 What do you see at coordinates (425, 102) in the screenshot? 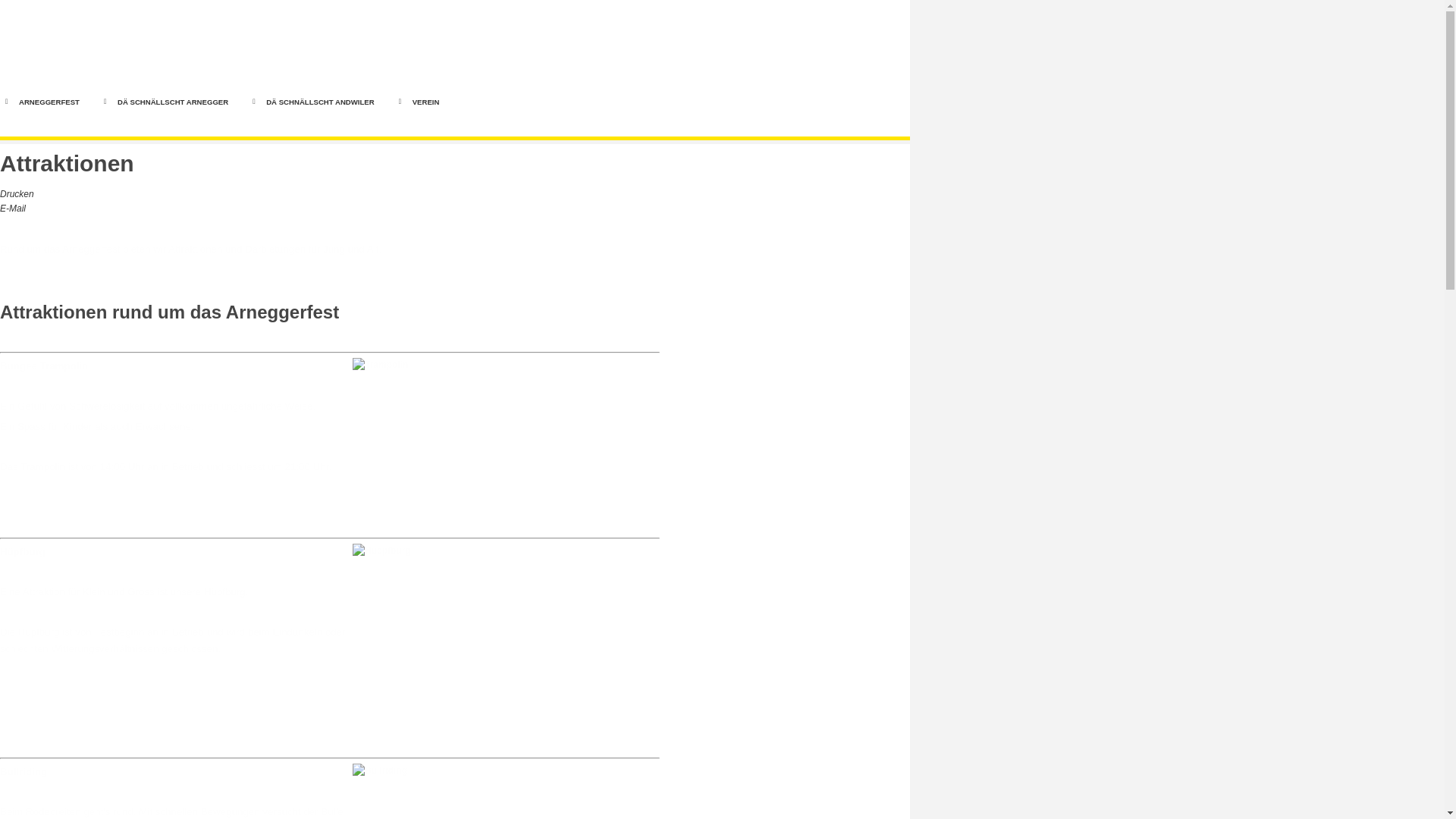
I see `'VEREIN'` at bounding box center [425, 102].